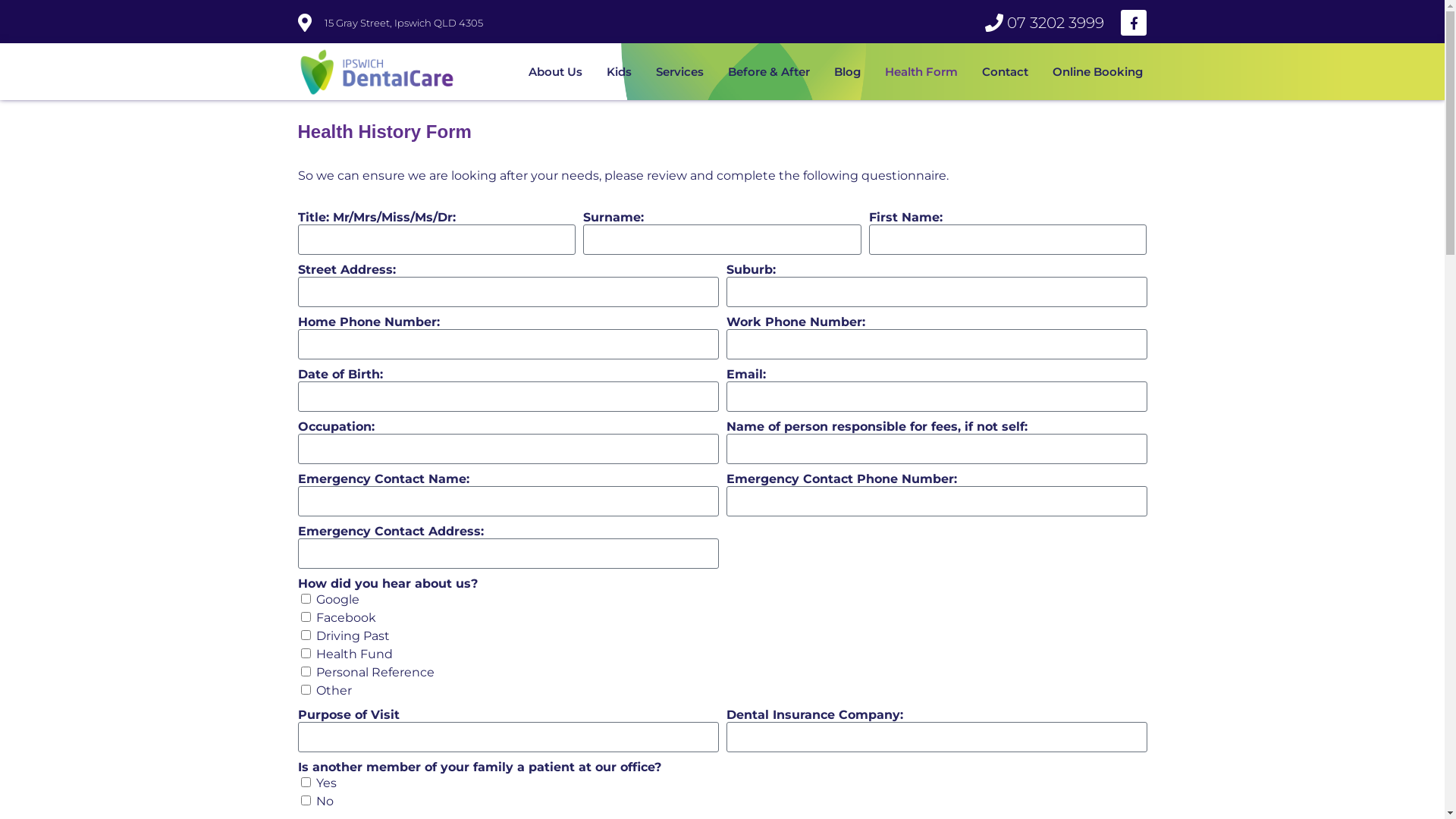 The width and height of the screenshot is (1456, 819). What do you see at coordinates (678, 72) in the screenshot?
I see `'Services'` at bounding box center [678, 72].